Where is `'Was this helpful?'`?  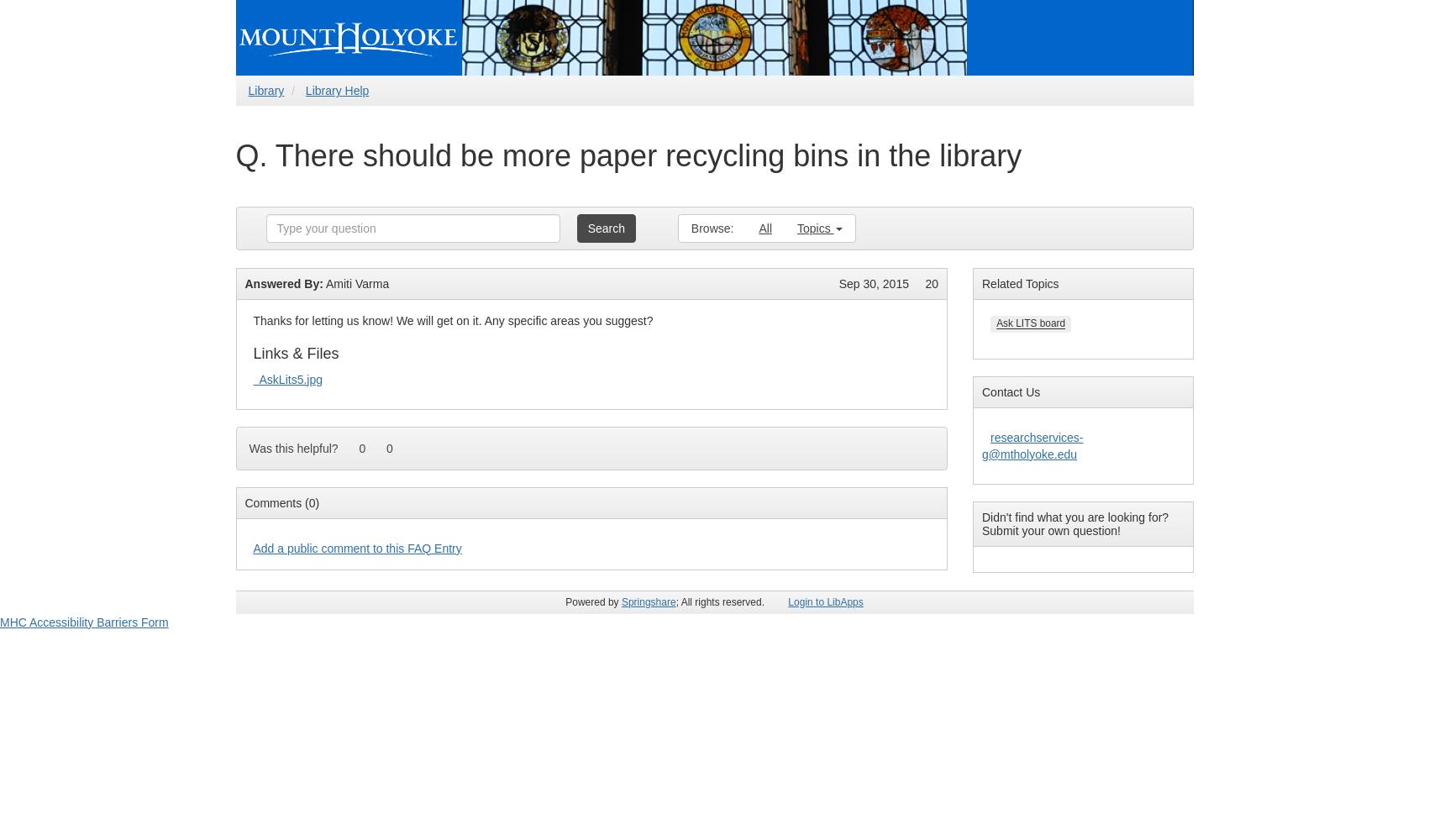 'Was this helpful?' is located at coordinates (293, 448).